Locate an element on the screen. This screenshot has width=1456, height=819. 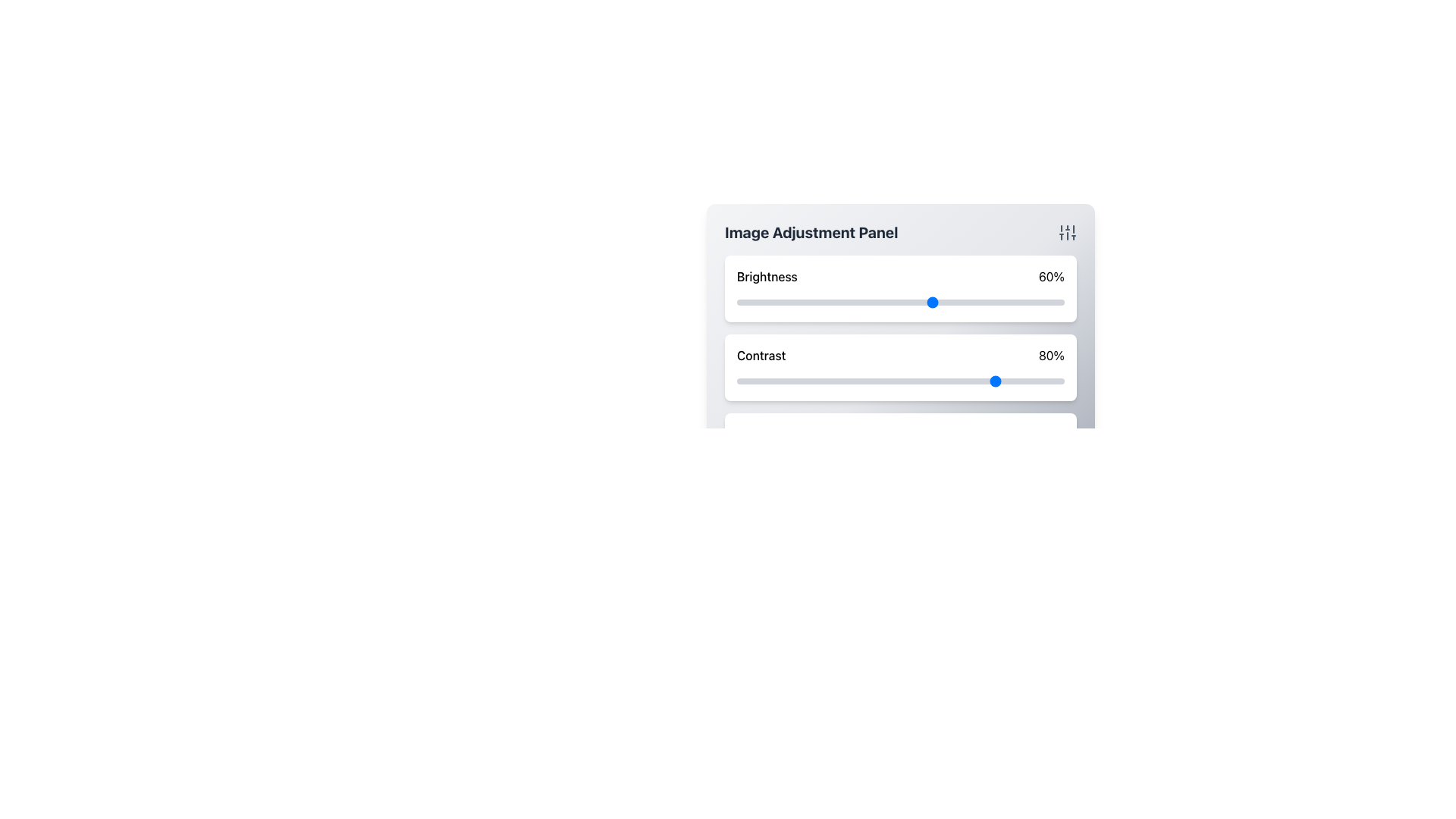
the brightness is located at coordinates (841, 302).